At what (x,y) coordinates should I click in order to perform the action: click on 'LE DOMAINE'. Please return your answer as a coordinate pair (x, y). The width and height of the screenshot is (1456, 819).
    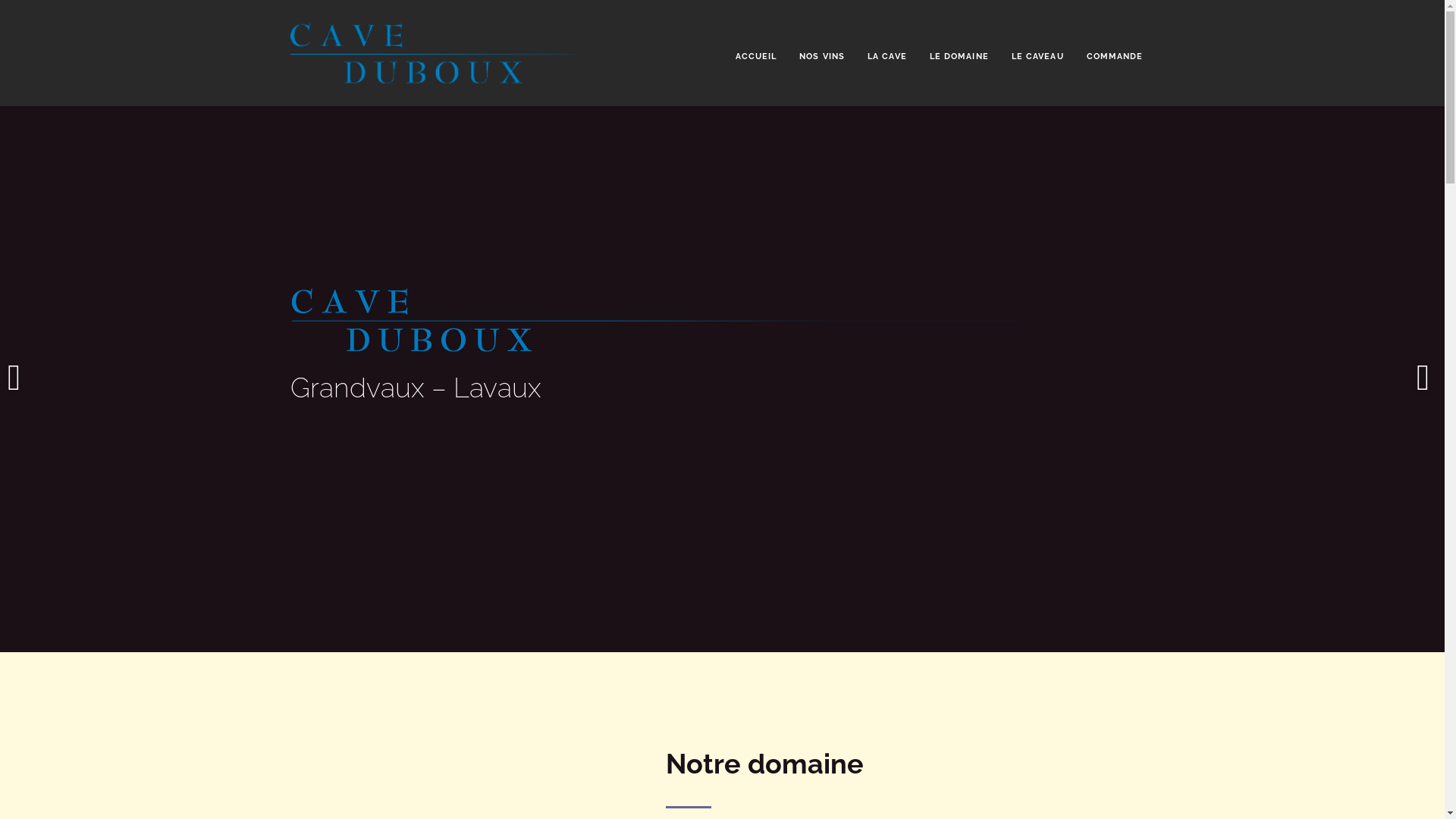
    Looking at the image, I should click on (959, 57).